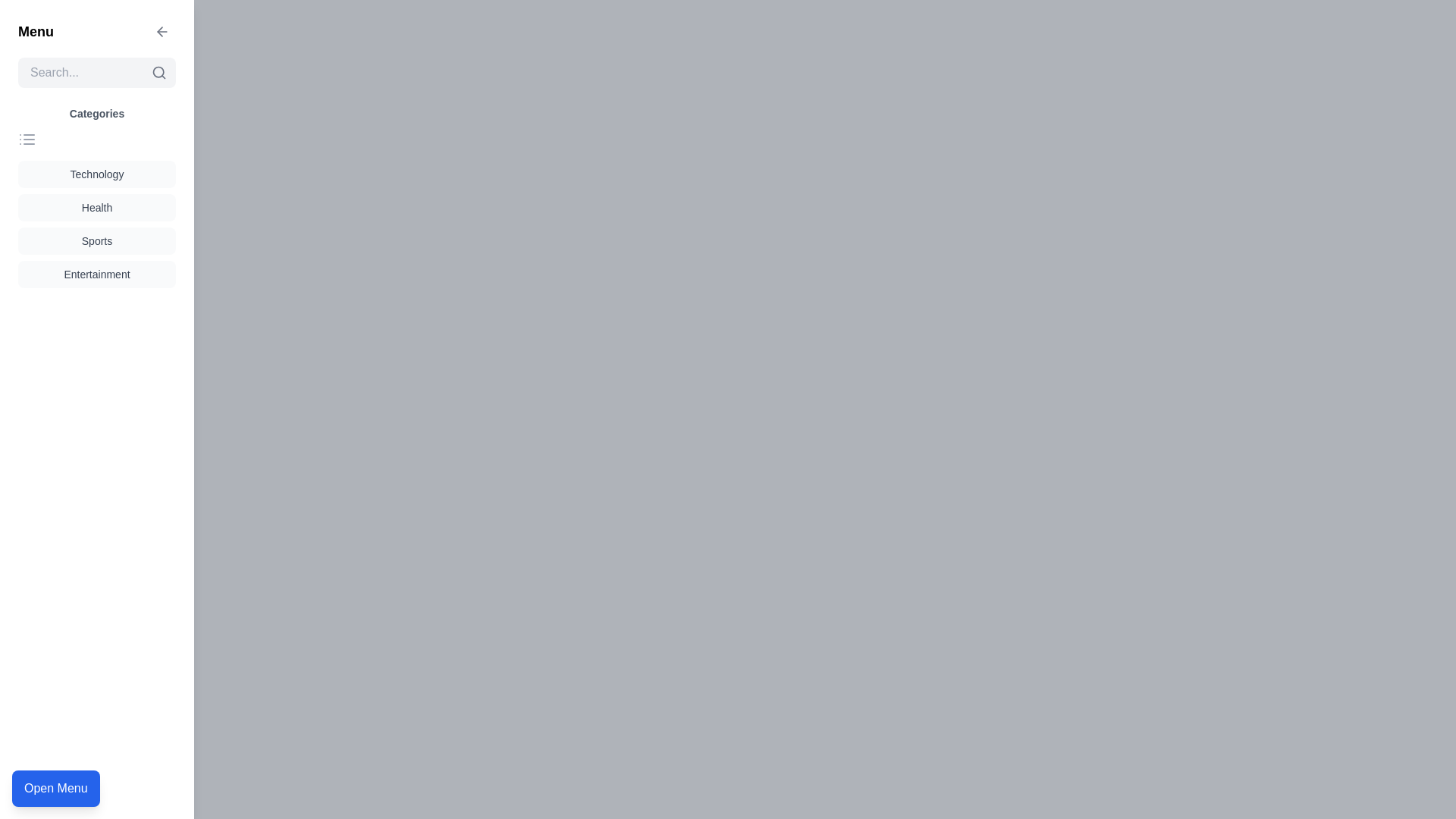  What do you see at coordinates (162, 32) in the screenshot?
I see `the navigation arrow icon located in the top-right corner of the left panel, adjacent to the 'Menu' header` at bounding box center [162, 32].